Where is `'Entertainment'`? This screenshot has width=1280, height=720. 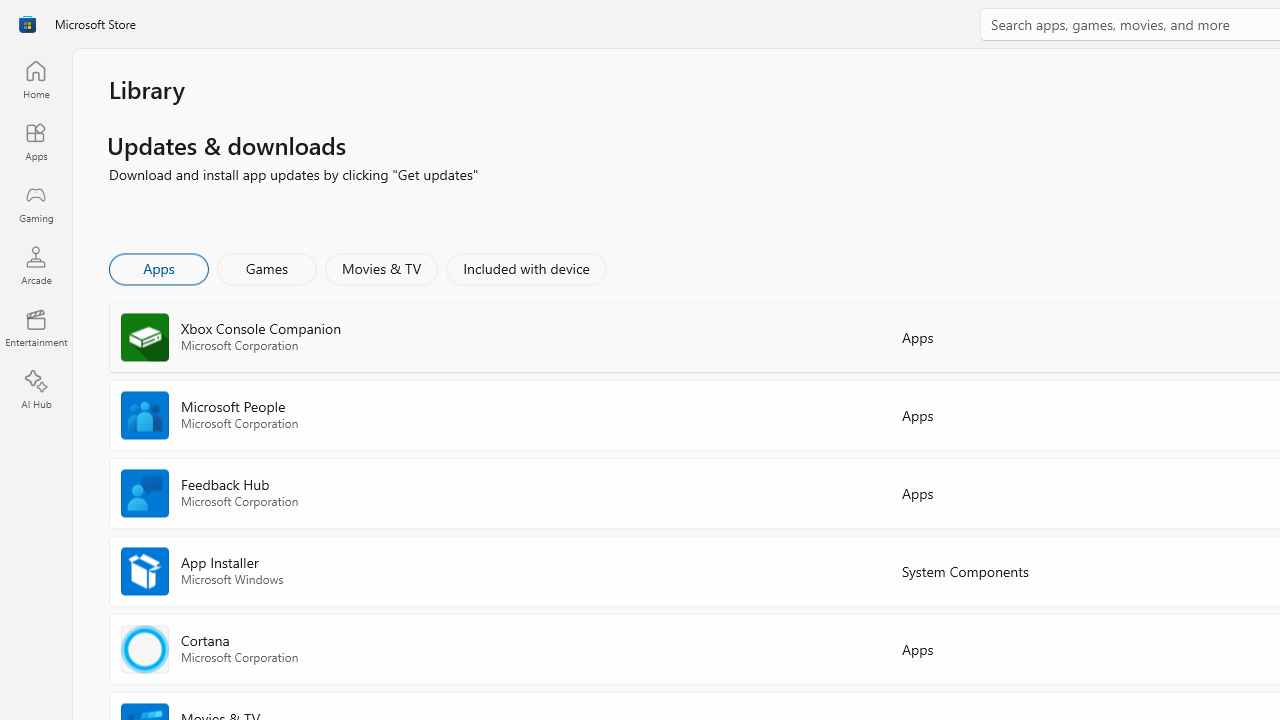
'Entertainment' is located at coordinates (35, 326).